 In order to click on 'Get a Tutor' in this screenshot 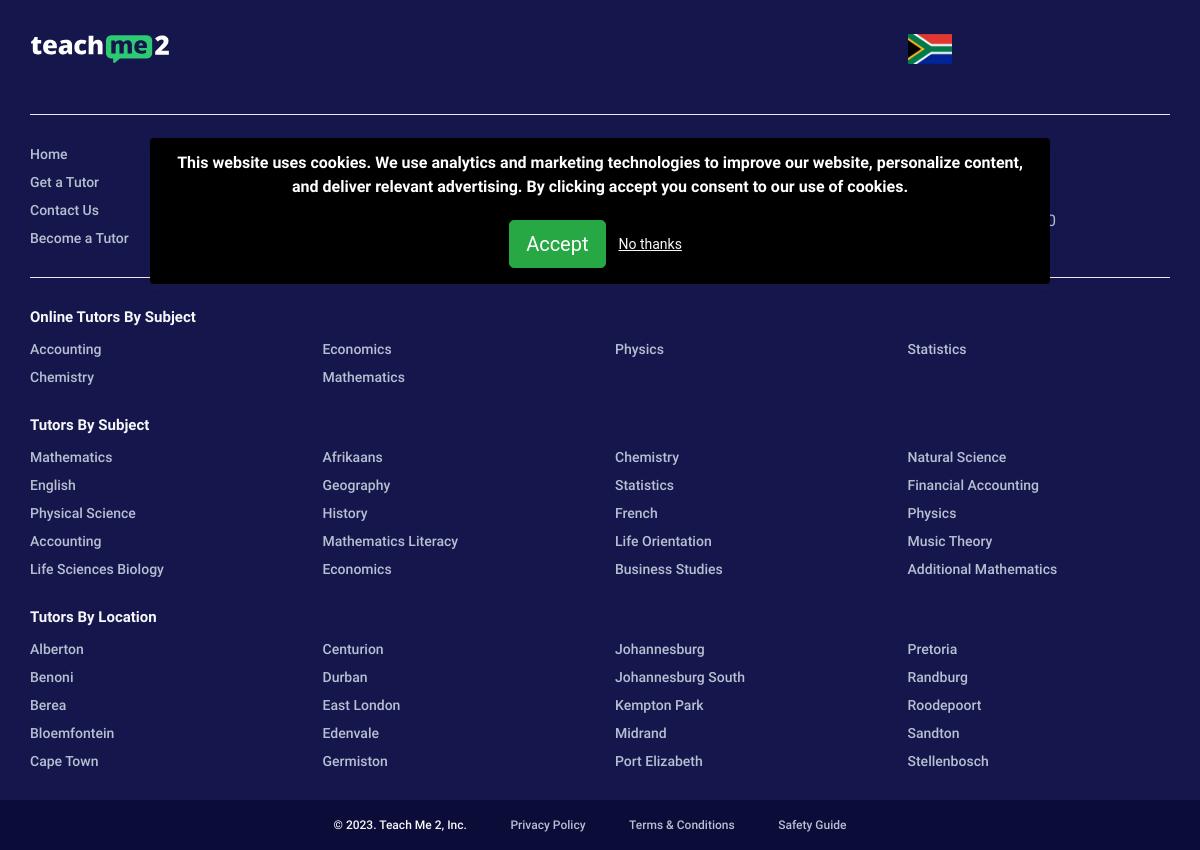, I will do `click(64, 182)`.